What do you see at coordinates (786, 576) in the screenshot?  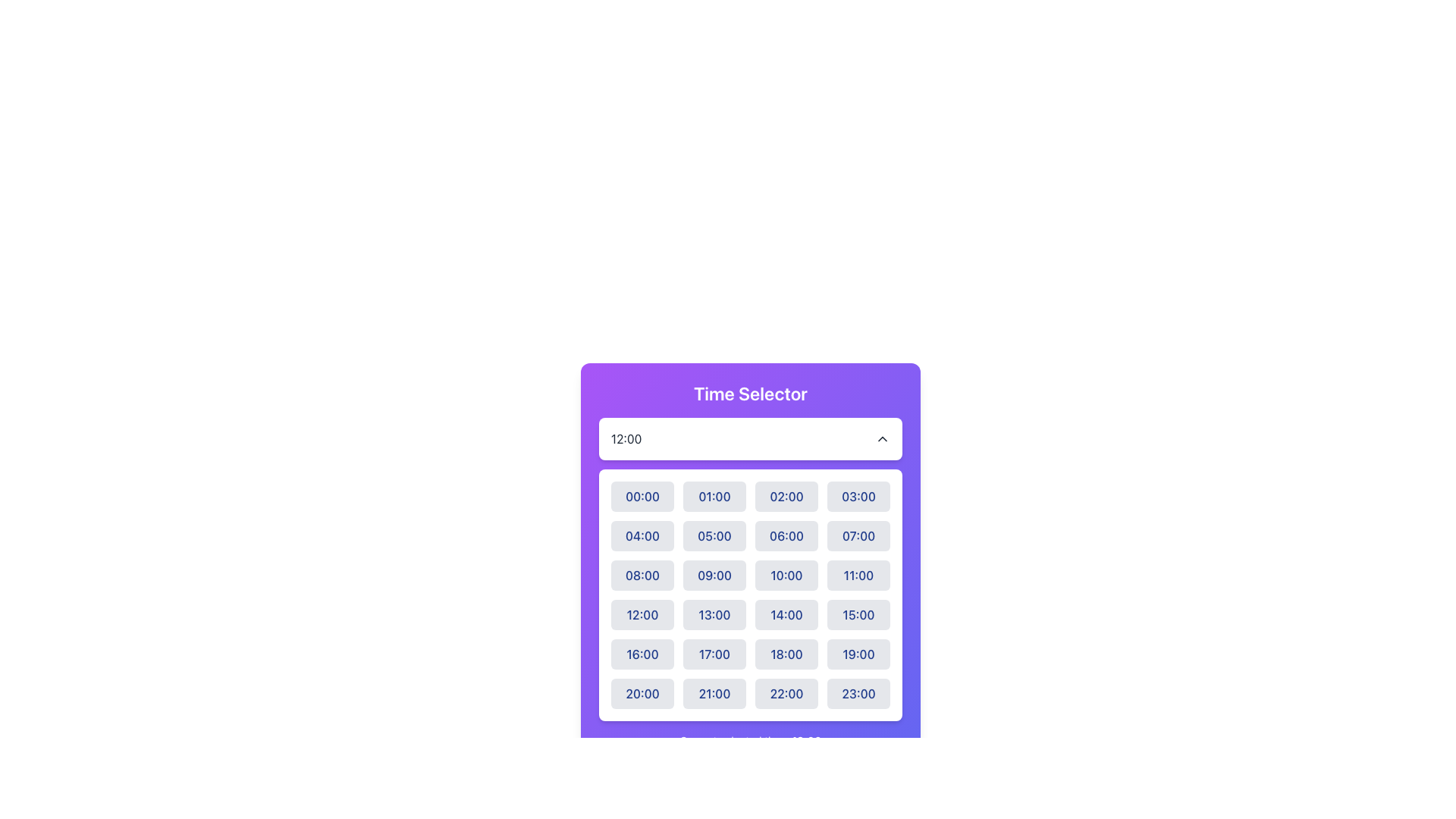 I see `the button labeled '10:00' which is the eleventh button in the grid layout, located in the third row and third column` at bounding box center [786, 576].